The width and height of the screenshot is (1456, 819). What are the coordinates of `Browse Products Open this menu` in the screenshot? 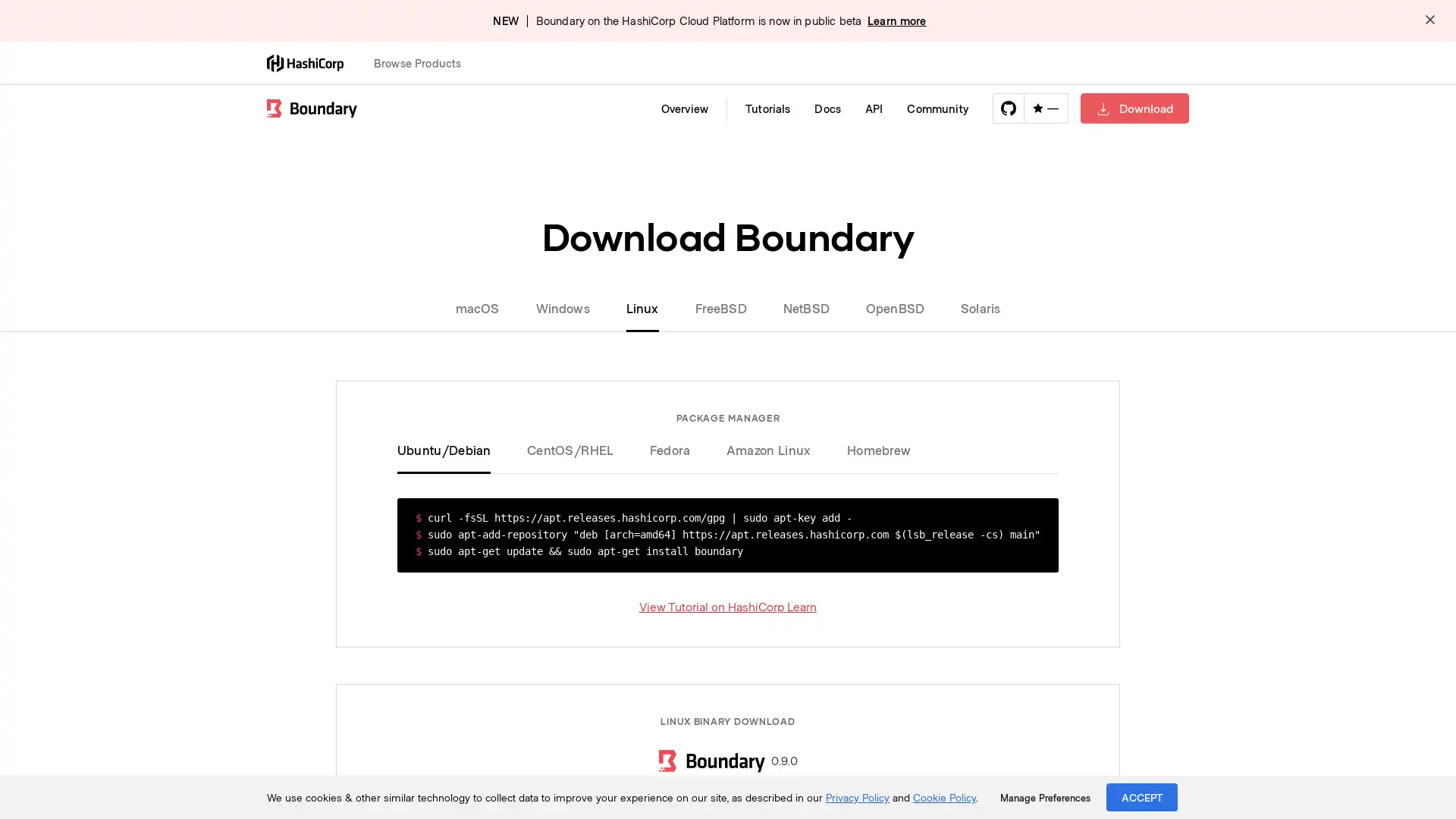 It's located at (424, 62).